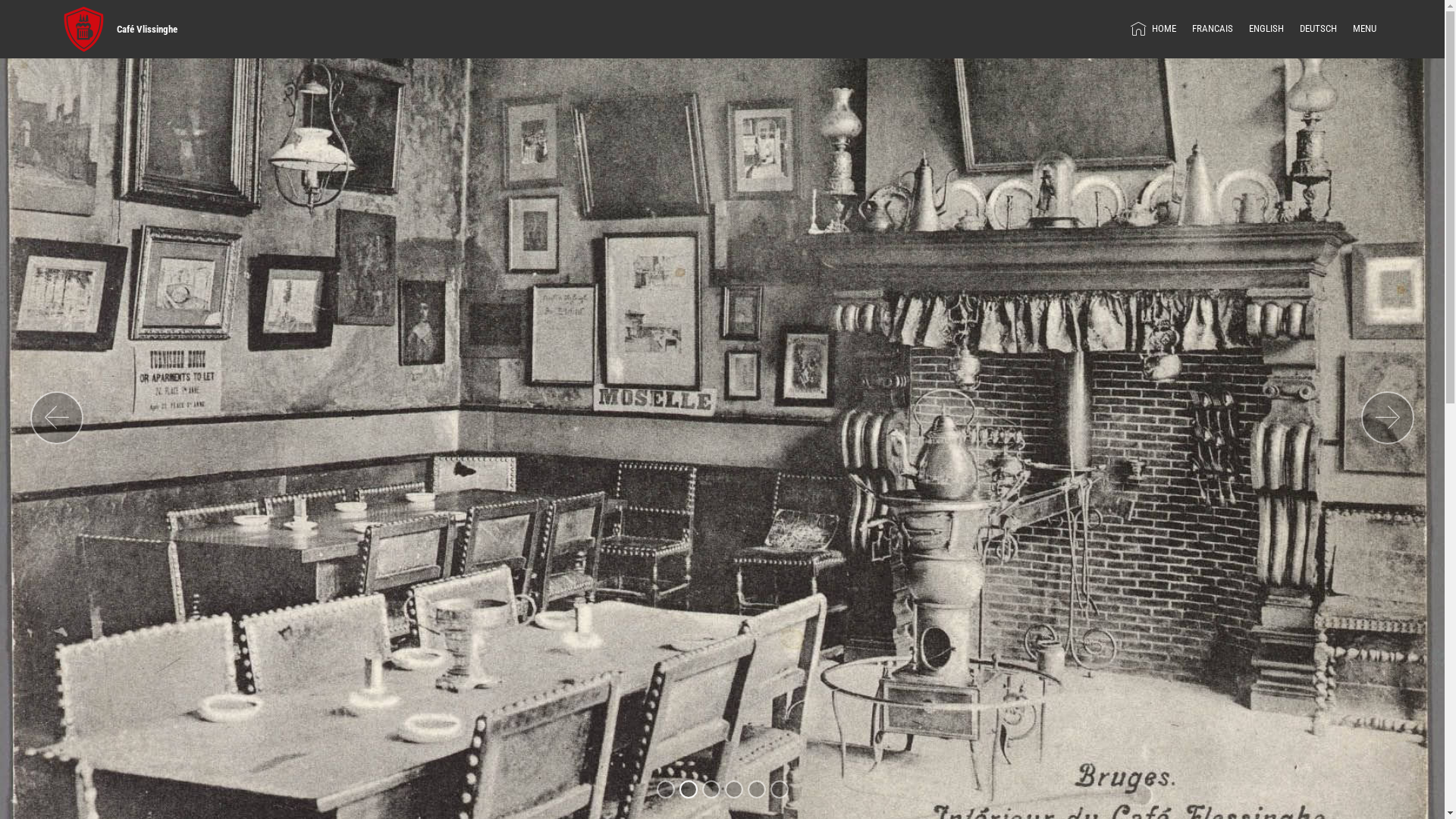  What do you see at coordinates (1266, 29) in the screenshot?
I see `'ENGLISH'` at bounding box center [1266, 29].